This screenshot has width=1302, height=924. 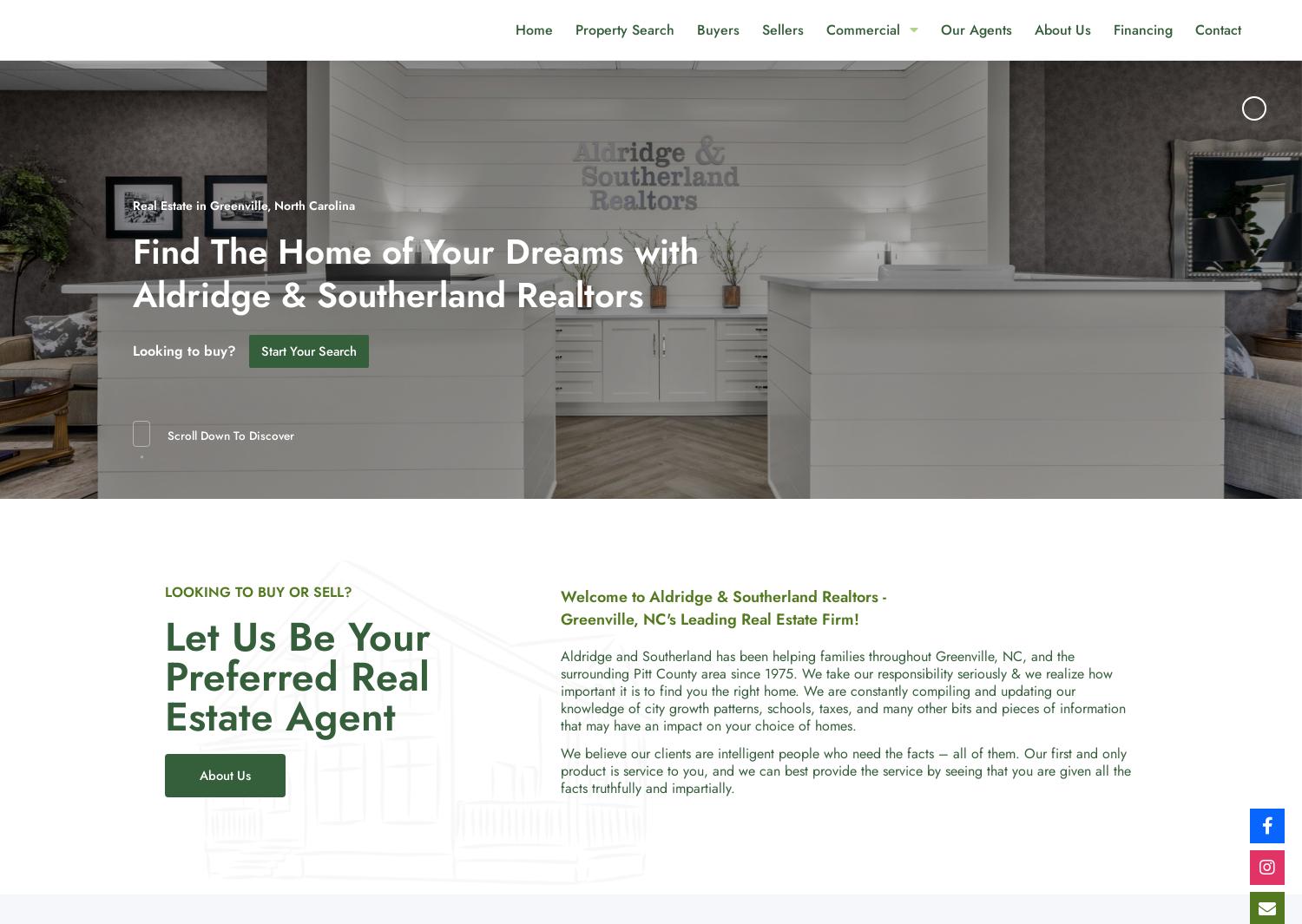 I want to click on 'Aldridge & Southerland Realtors', so click(x=387, y=292).